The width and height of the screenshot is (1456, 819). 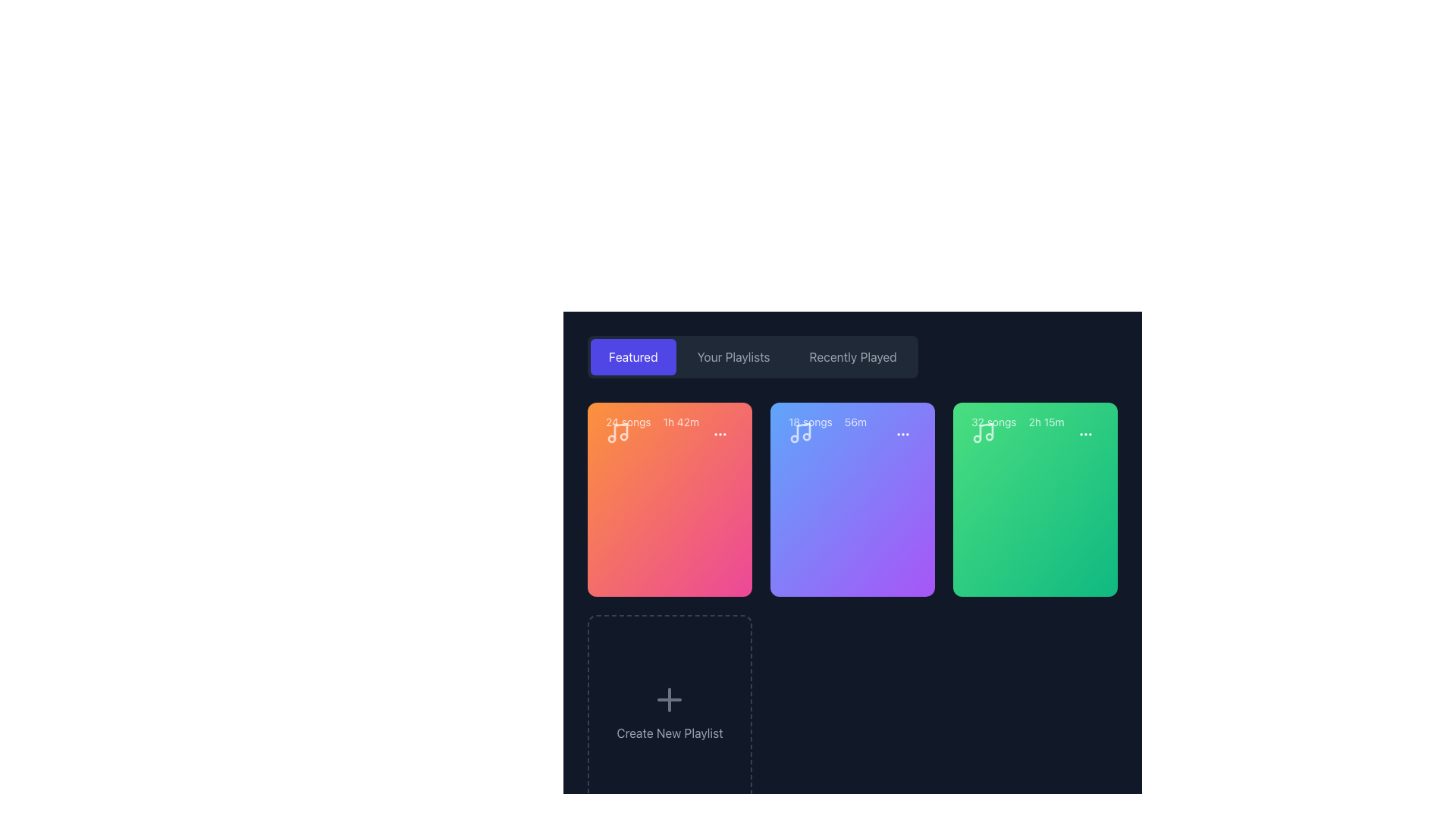 I want to click on the white musical note icon located within the vibrant orange-pink gradient tile, which is the leftmost item in a horizontal set of tiles, so click(x=618, y=432).